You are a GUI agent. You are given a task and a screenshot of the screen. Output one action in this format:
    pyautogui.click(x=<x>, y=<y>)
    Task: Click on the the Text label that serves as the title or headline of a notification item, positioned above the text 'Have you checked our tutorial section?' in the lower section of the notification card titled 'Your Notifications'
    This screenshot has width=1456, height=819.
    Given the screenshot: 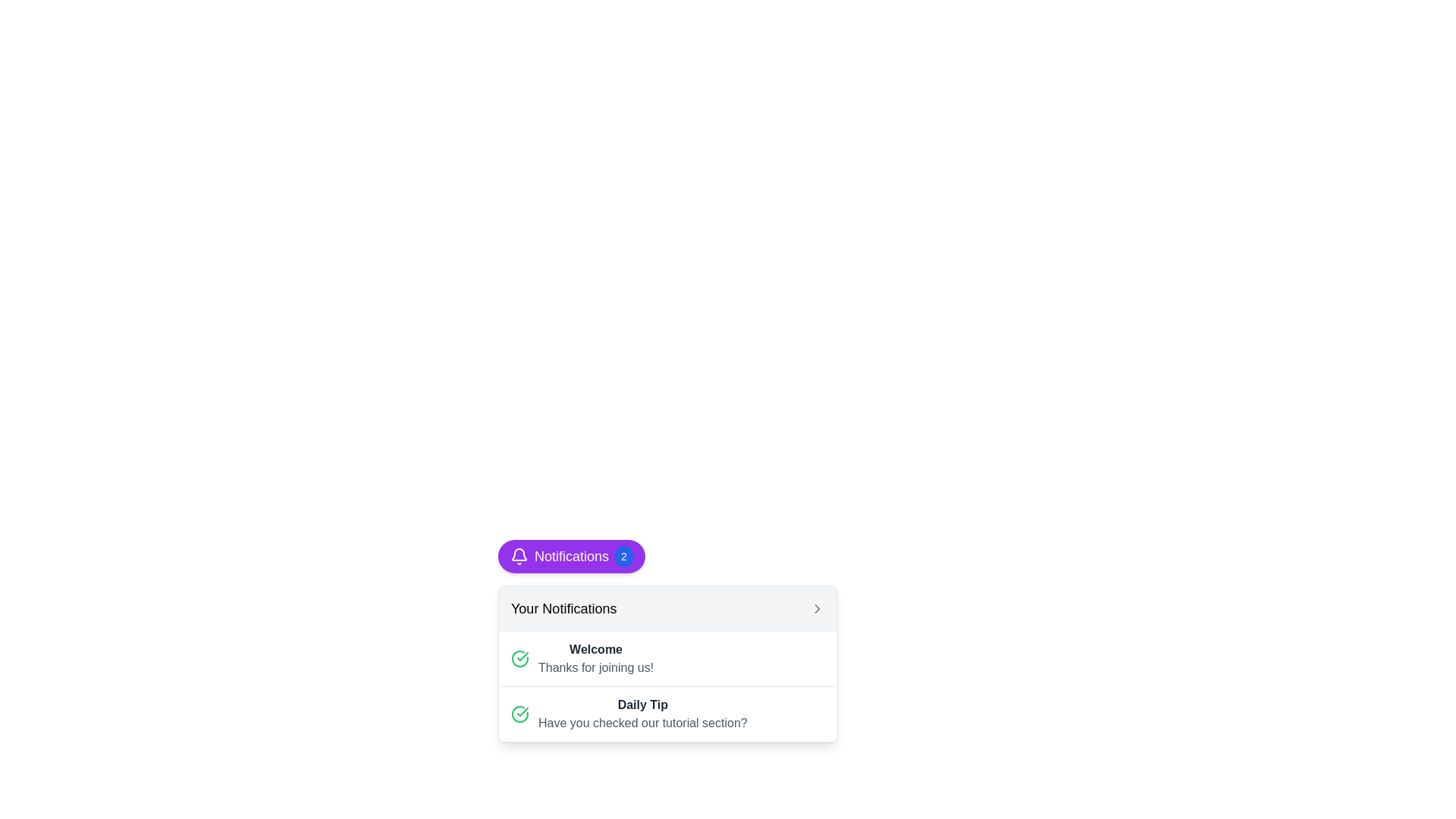 What is the action you would take?
    pyautogui.click(x=642, y=704)
    